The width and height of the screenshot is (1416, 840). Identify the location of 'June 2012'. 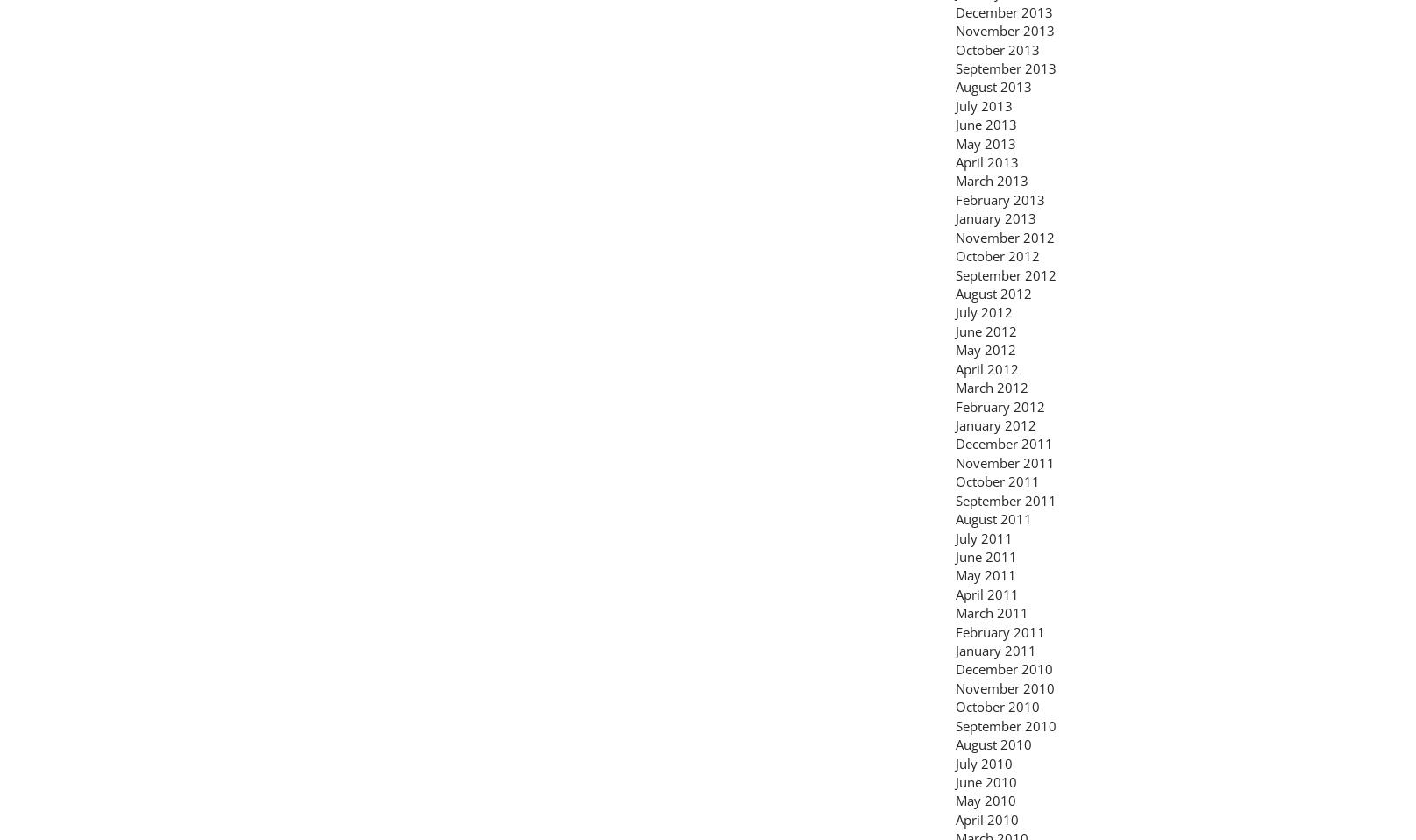
(986, 329).